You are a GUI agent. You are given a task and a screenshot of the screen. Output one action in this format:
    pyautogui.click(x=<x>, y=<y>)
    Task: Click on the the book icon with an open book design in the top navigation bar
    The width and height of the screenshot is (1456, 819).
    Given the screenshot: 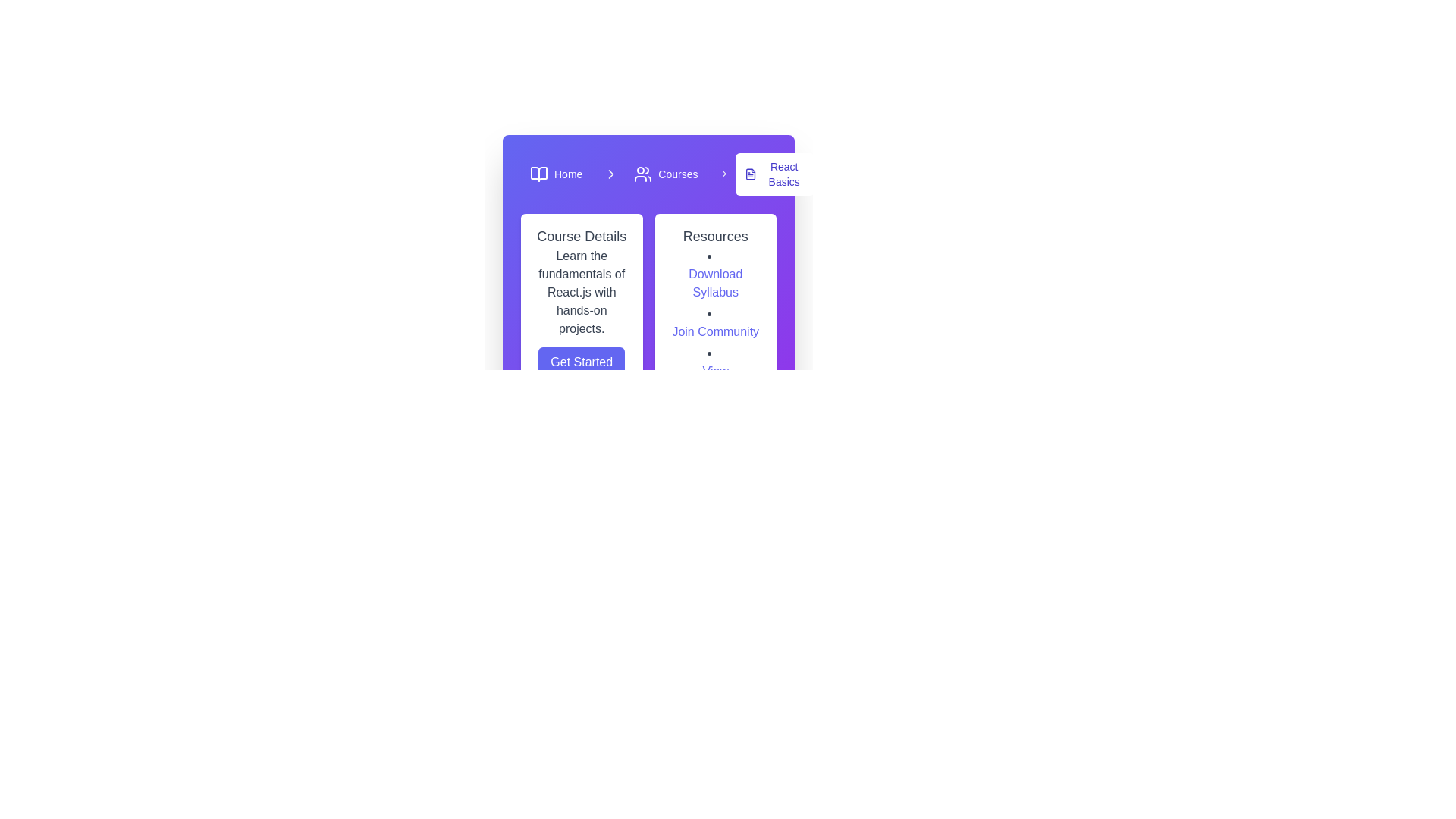 What is the action you would take?
    pyautogui.click(x=538, y=174)
    